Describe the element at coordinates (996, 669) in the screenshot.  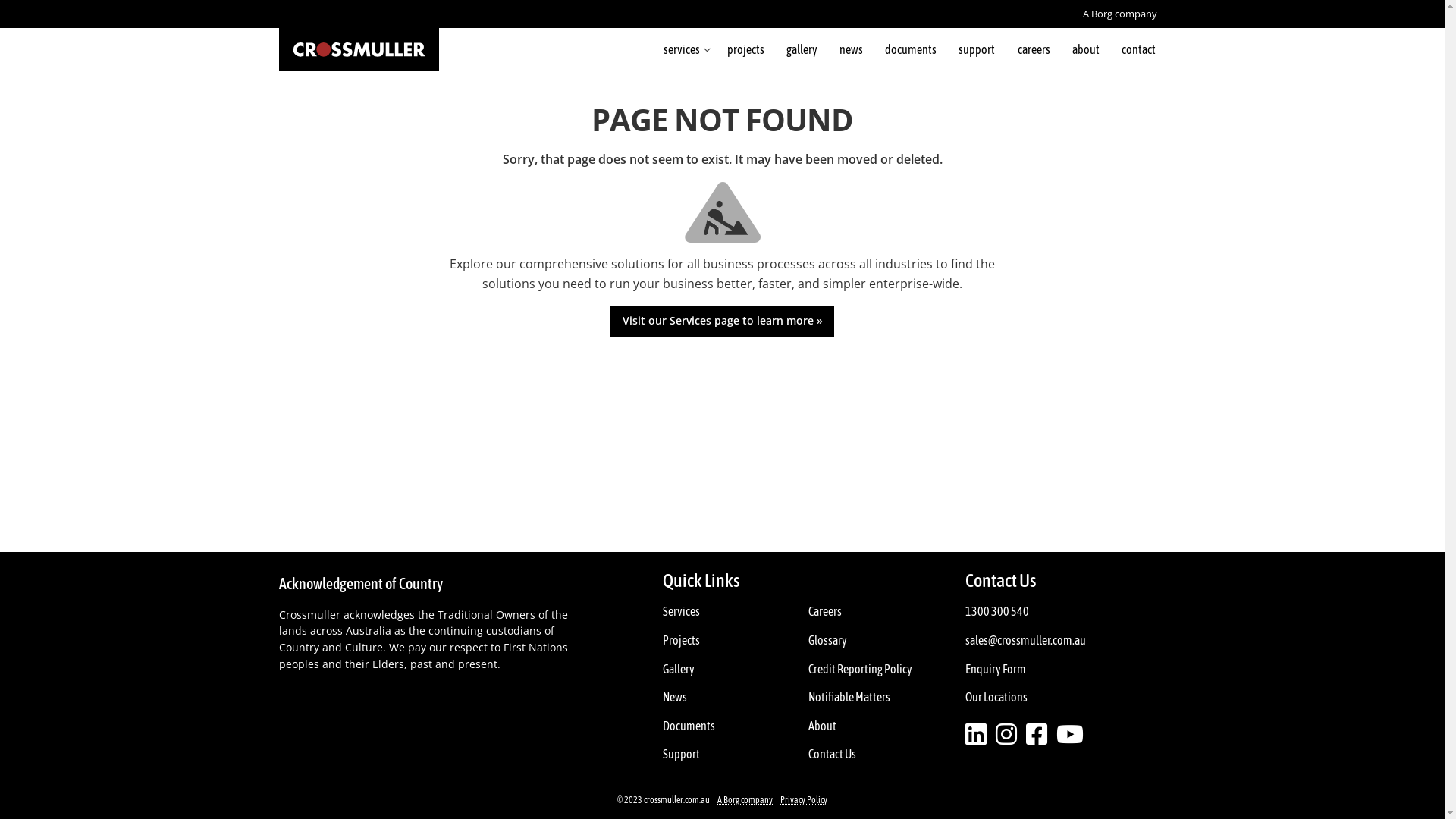
I see `'Enquiry Form'` at that location.